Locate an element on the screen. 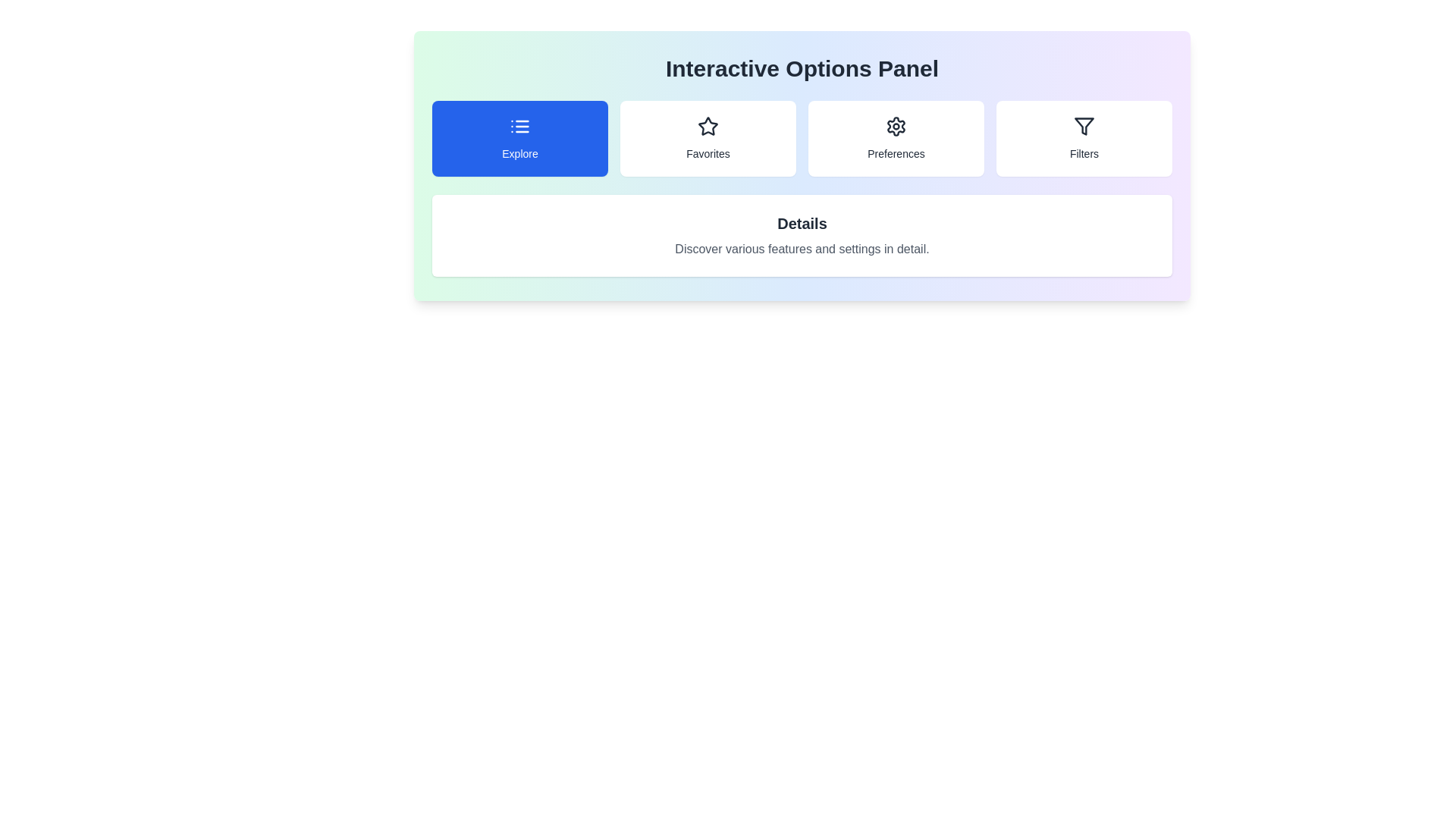  the filtering tool icon located in the top right corner of the Filters section in the Interactive Options Panel is located at coordinates (1084, 125).